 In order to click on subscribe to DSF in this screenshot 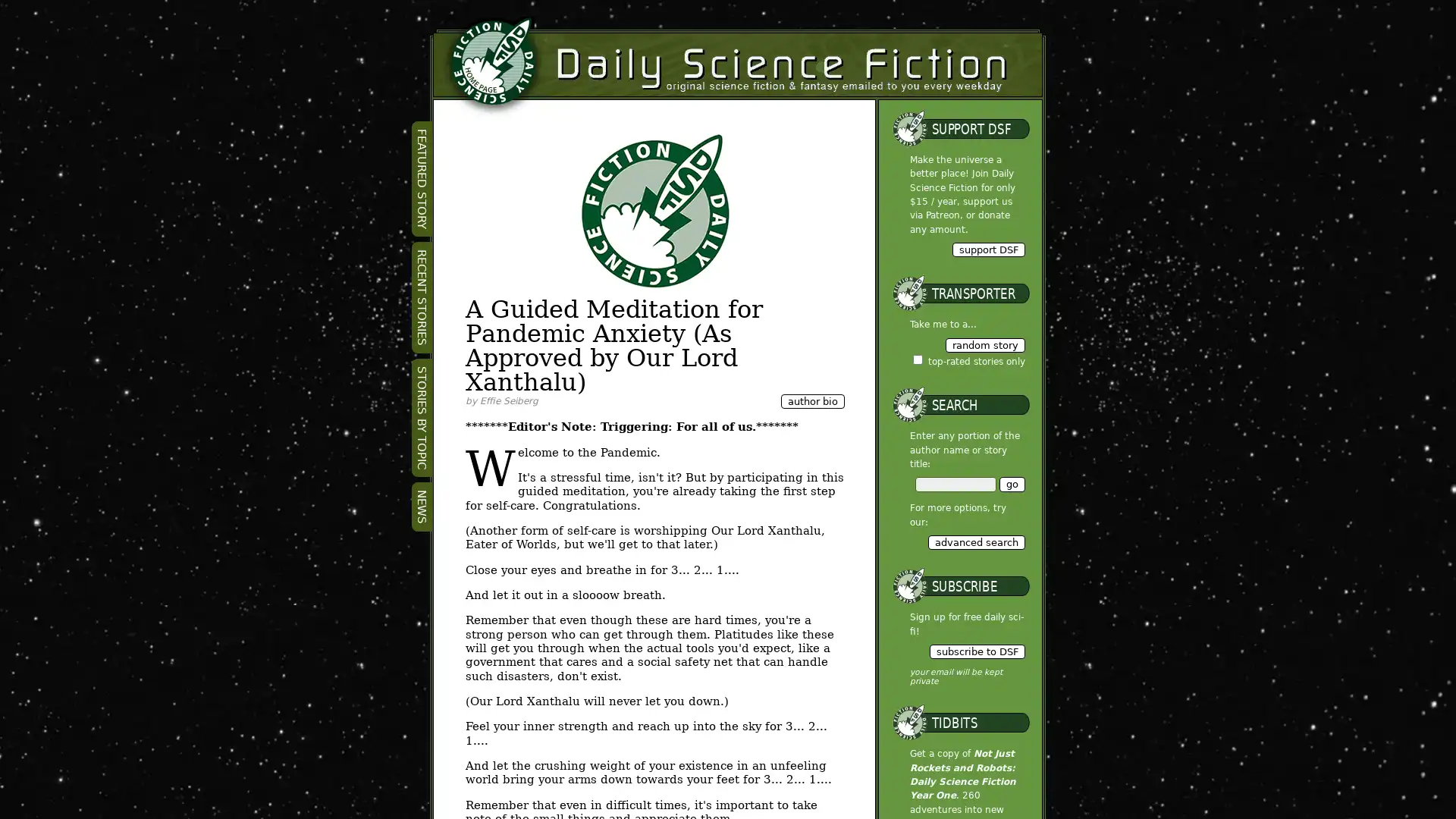, I will do `click(976, 651)`.